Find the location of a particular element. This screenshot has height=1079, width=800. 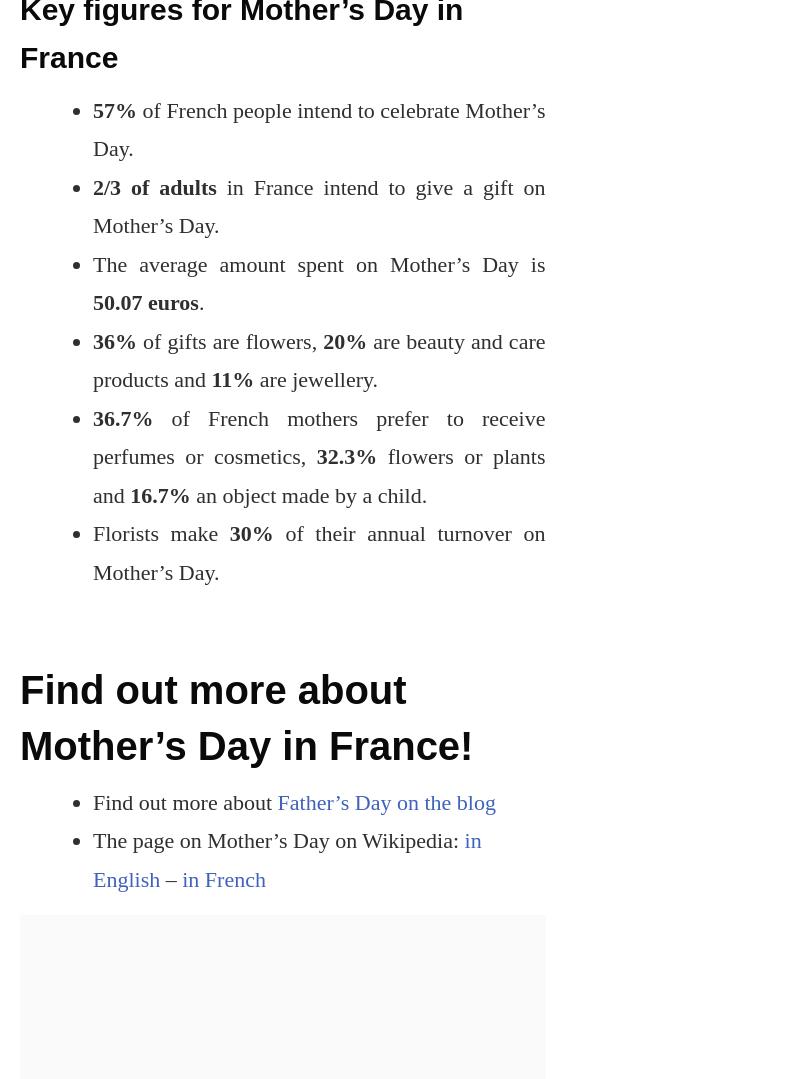

'16.7%' is located at coordinates (160, 493).